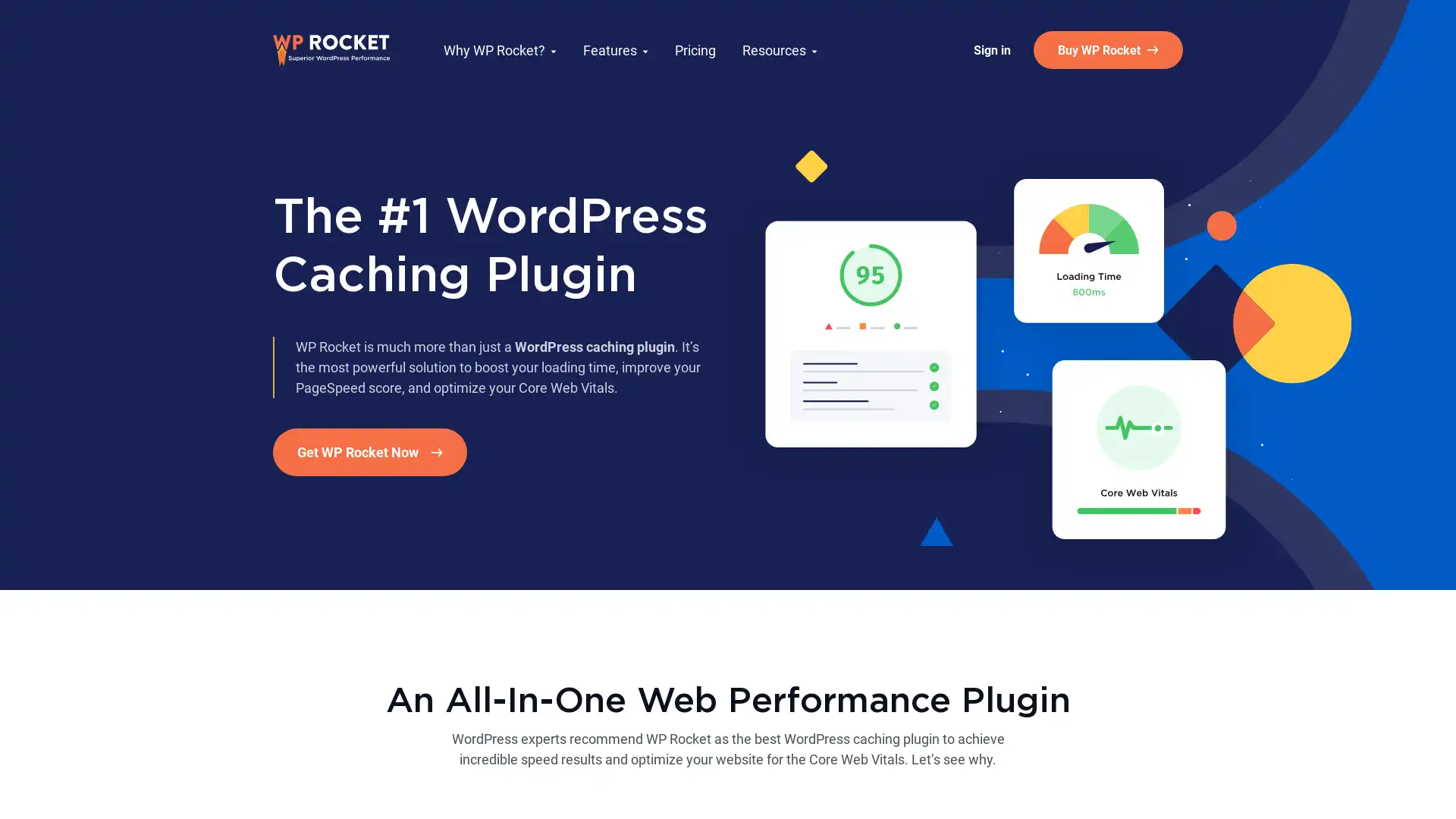 This screenshot has height=819, width=1456. I want to click on Resources, so click(780, 49).